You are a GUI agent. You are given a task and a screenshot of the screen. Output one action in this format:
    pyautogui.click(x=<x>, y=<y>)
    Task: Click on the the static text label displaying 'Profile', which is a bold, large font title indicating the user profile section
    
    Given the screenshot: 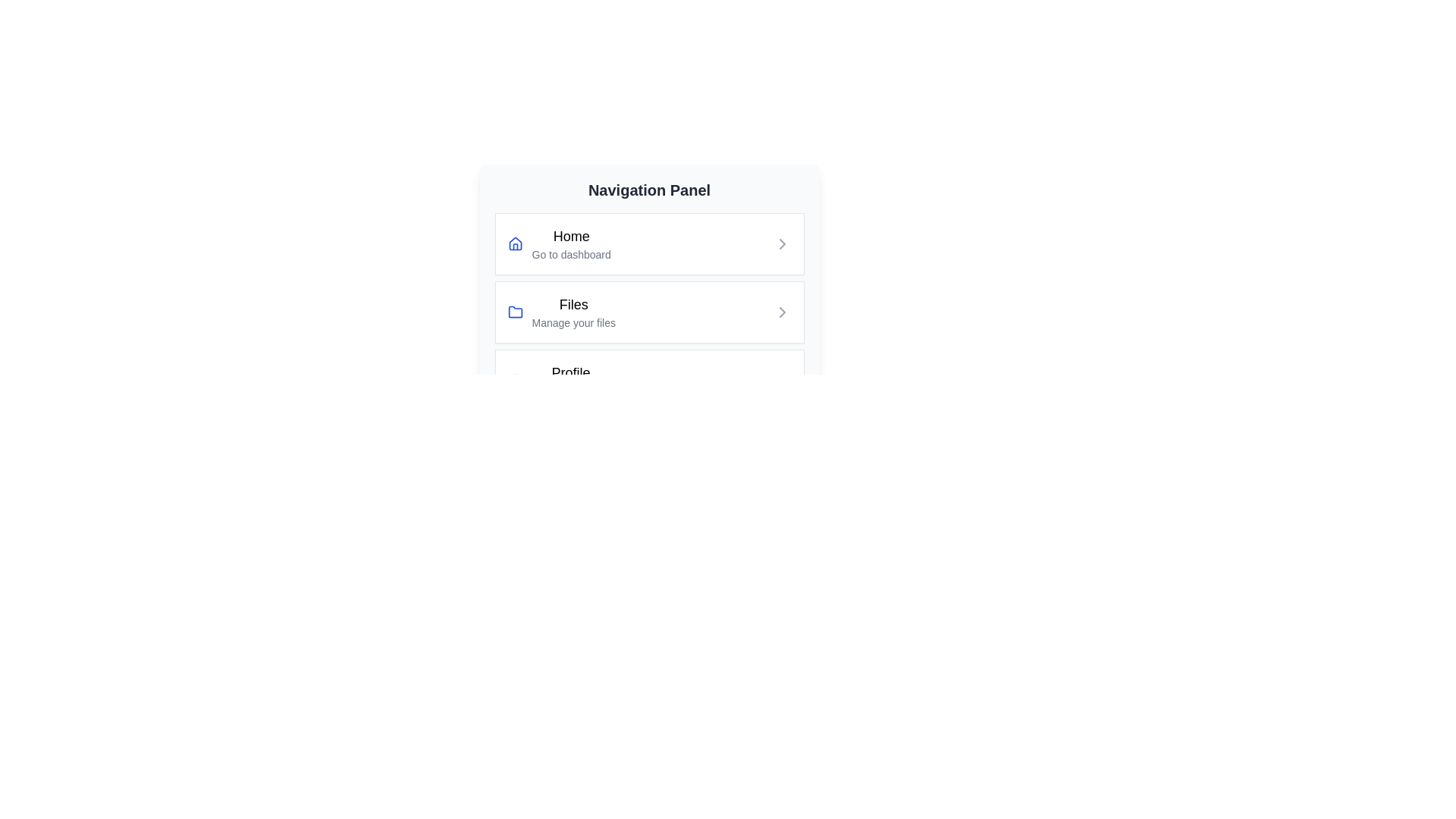 What is the action you would take?
    pyautogui.click(x=570, y=373)
    